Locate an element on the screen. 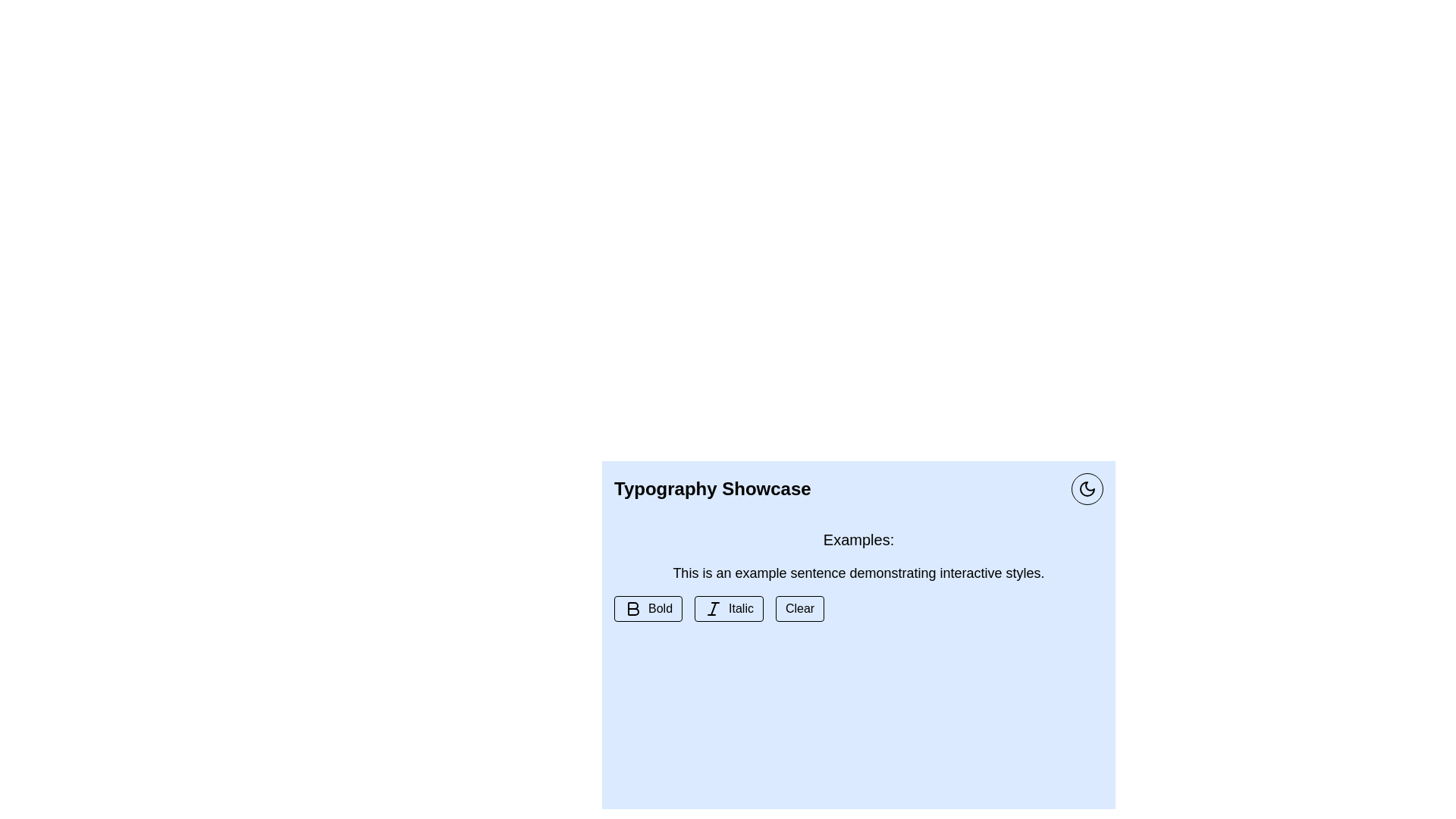  the clearing function button located to the right of the 'Italic' button for visual feedback is located at coordinates (799, 607).